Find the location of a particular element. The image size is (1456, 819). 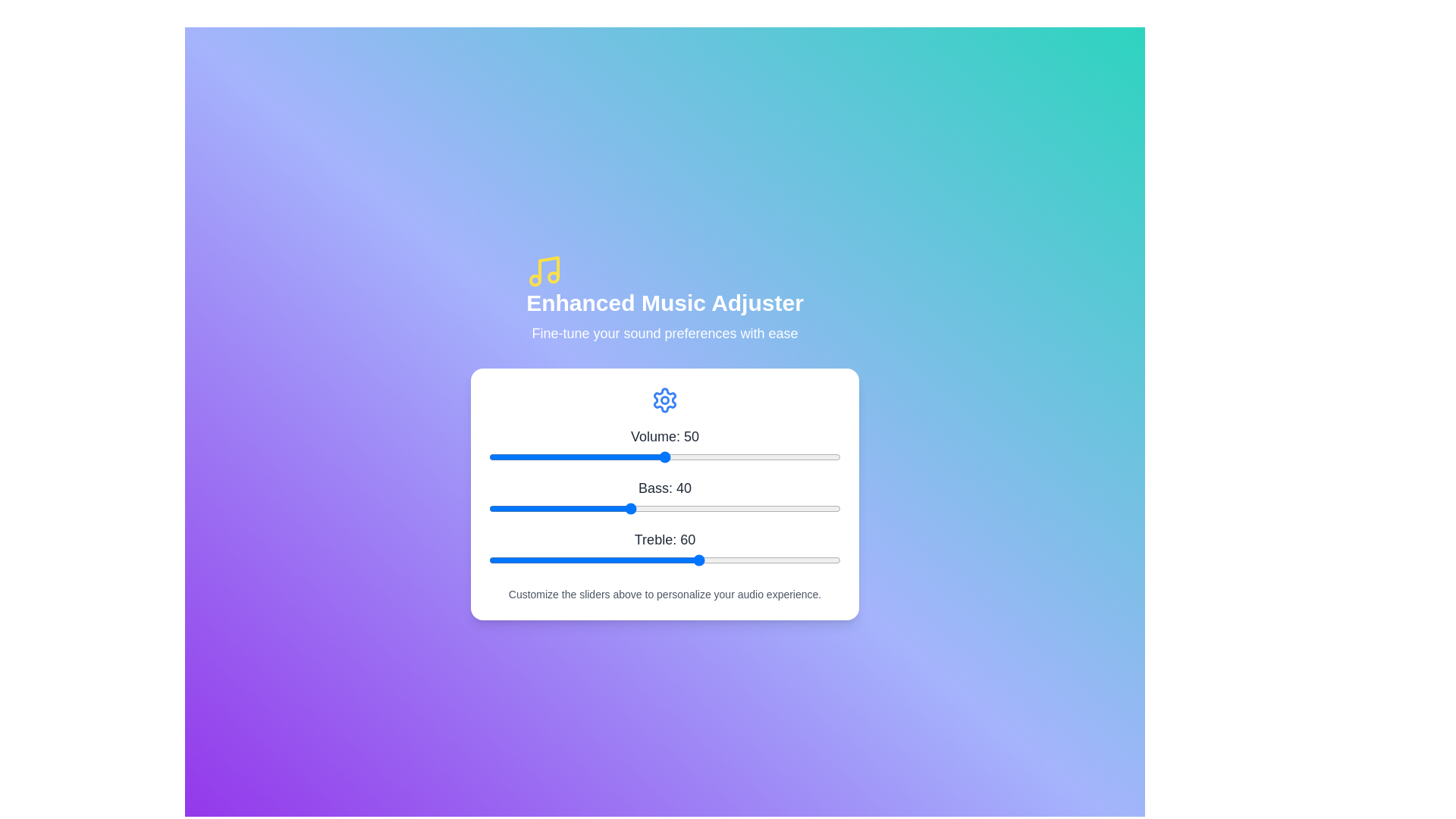

the gear icon in the center of the component is located at coordinates (665, 400).